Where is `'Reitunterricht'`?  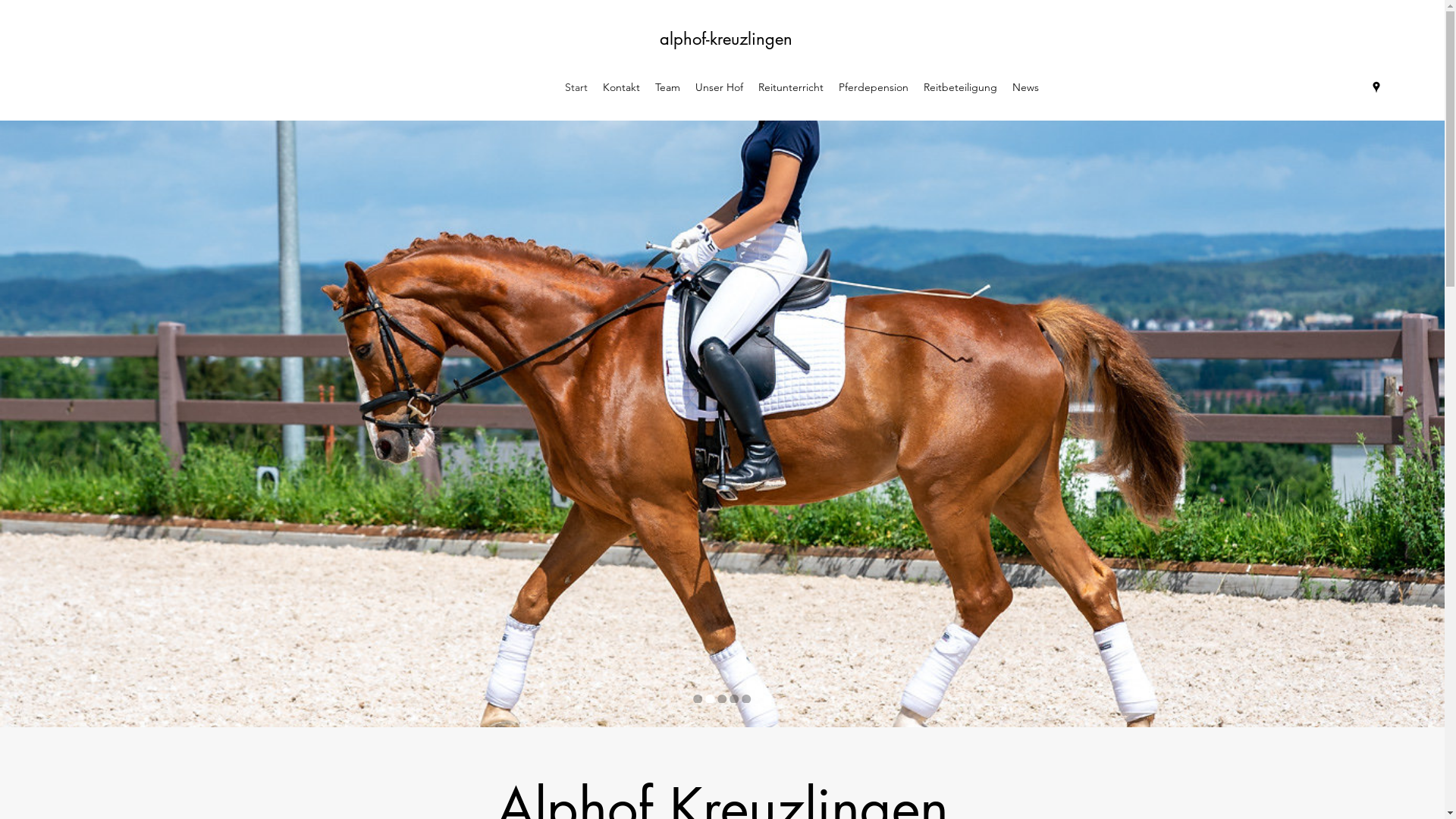
'Reitunterricht' is located at coordinates (789, 87).